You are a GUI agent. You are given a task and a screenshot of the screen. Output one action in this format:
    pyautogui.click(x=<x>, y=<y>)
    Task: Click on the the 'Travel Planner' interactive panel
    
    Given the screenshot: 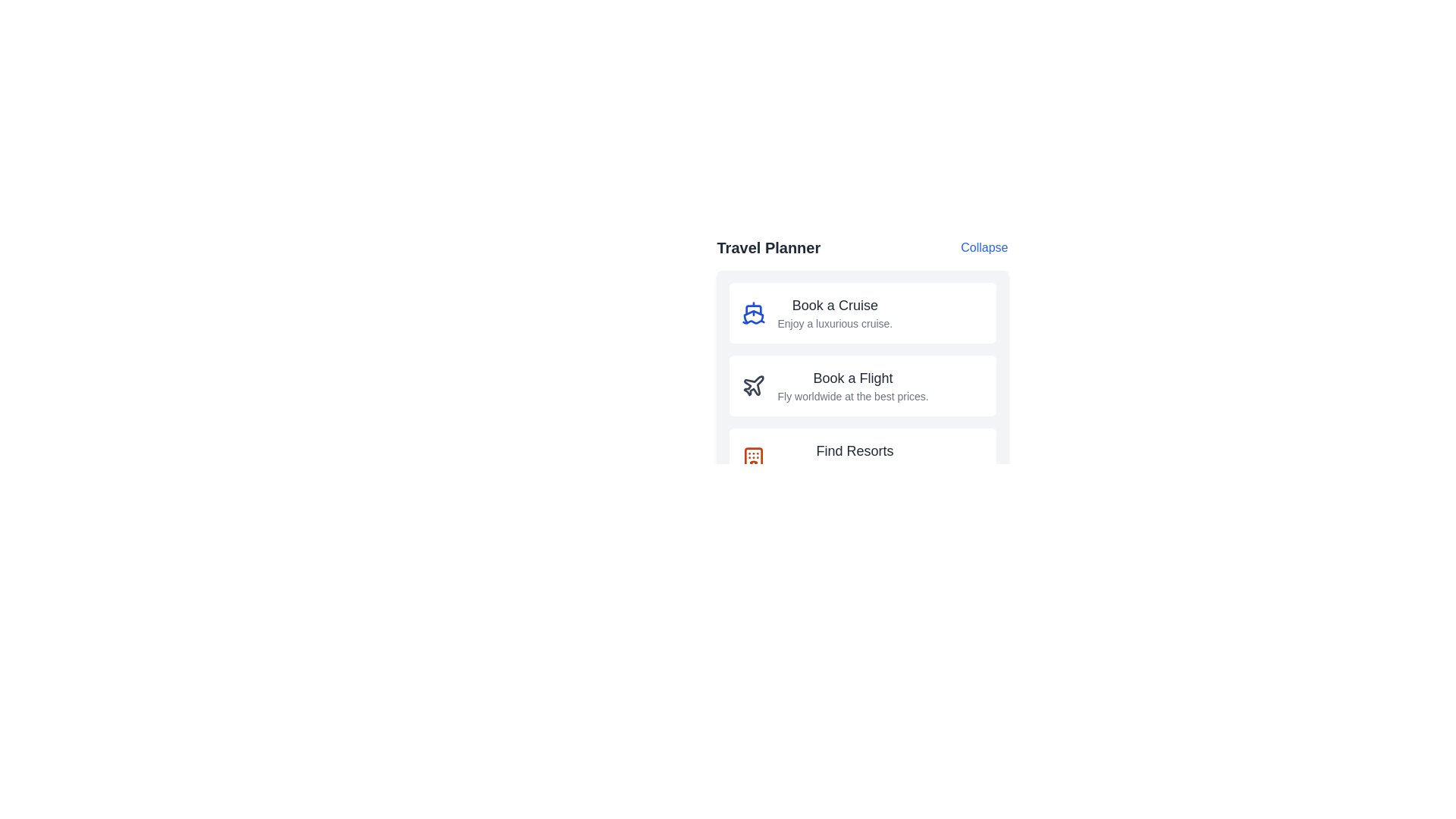 What is the action you would take?
    pyautogui.click(x=862, y=362)
    